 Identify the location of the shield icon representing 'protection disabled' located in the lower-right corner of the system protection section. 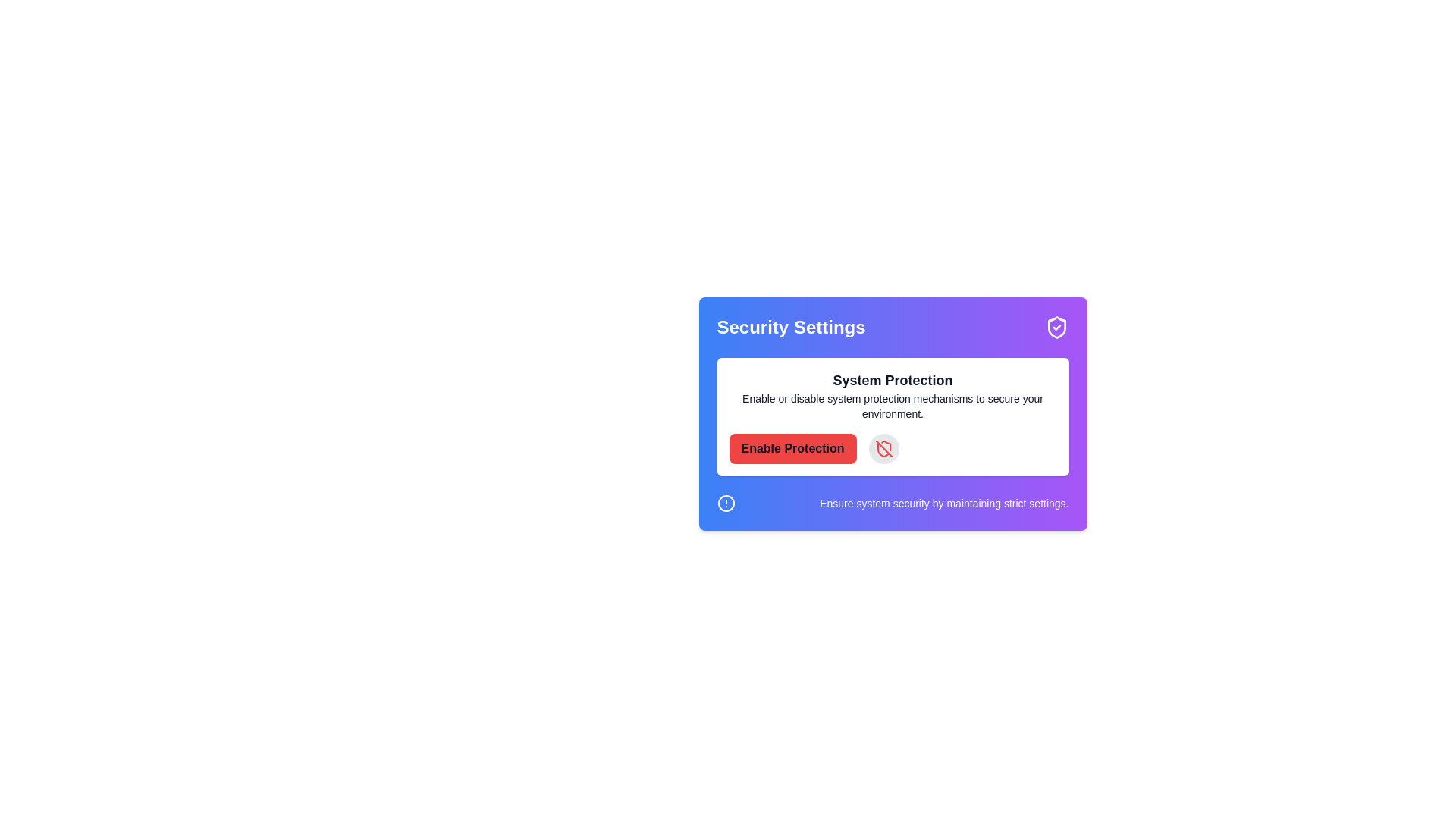
(883, 447).